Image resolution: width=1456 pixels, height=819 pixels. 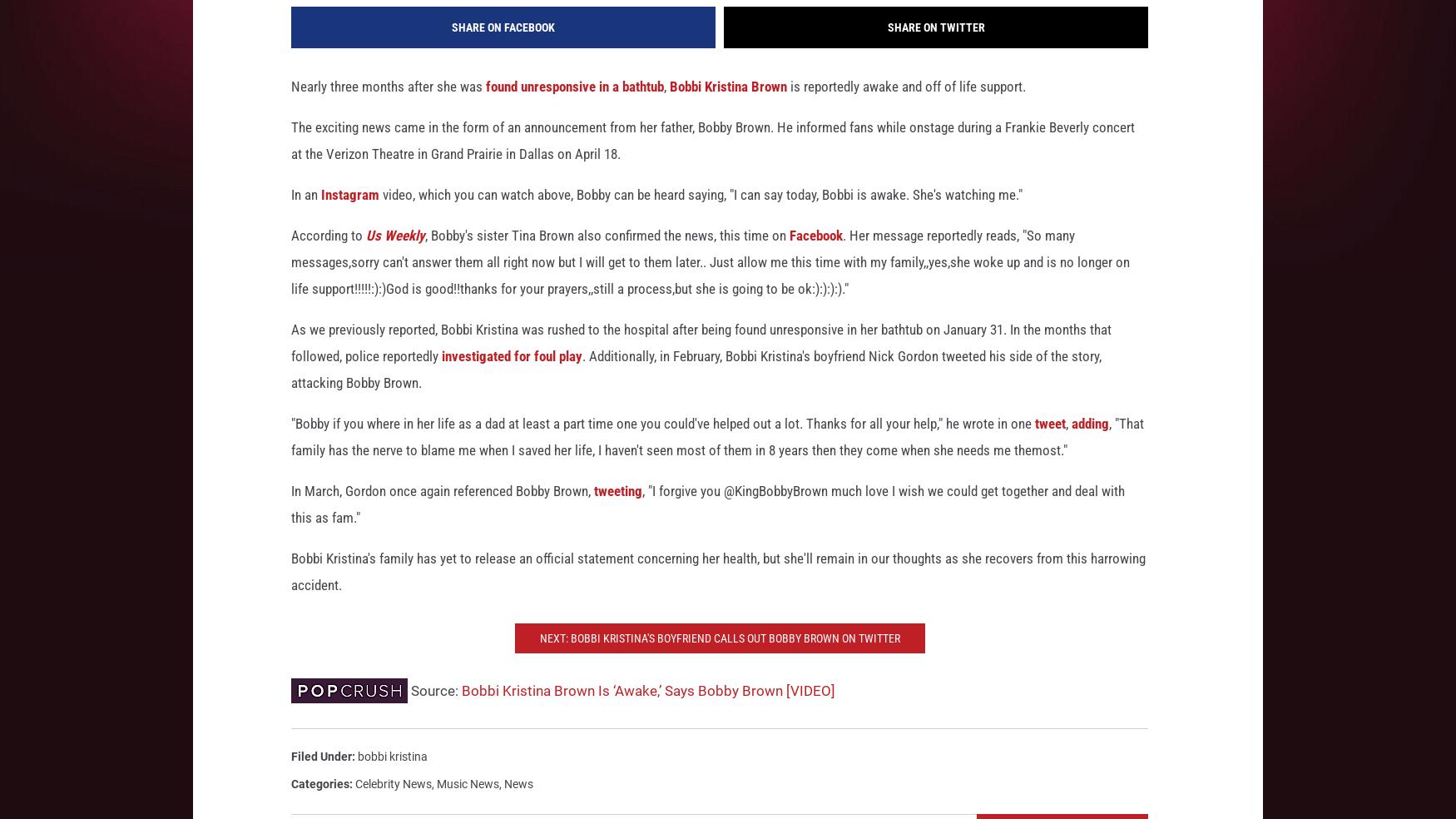 I want to click on 'investigated for foul play', so click(x=512, y=379).